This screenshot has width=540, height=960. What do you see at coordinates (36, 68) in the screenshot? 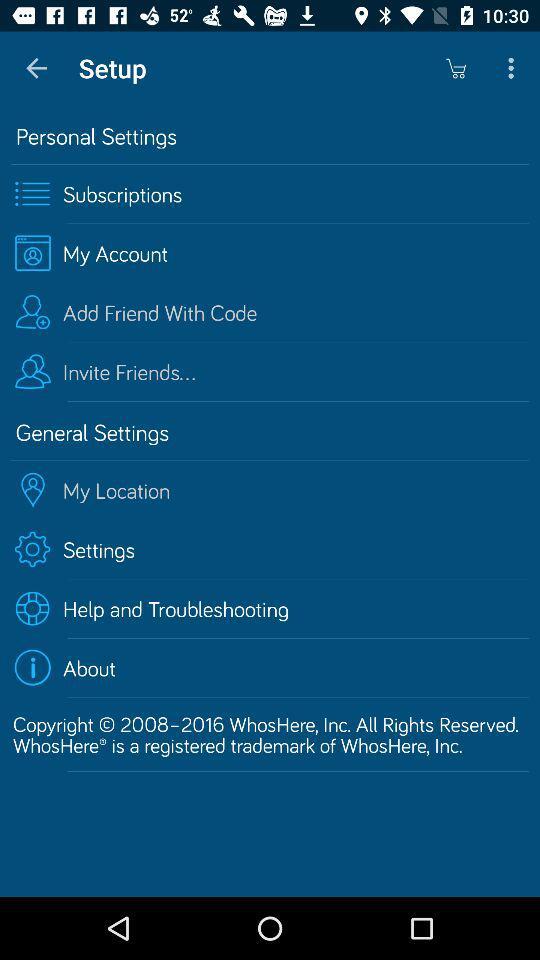
I see `the icon above personal settings` at bounding box center [36, 68].